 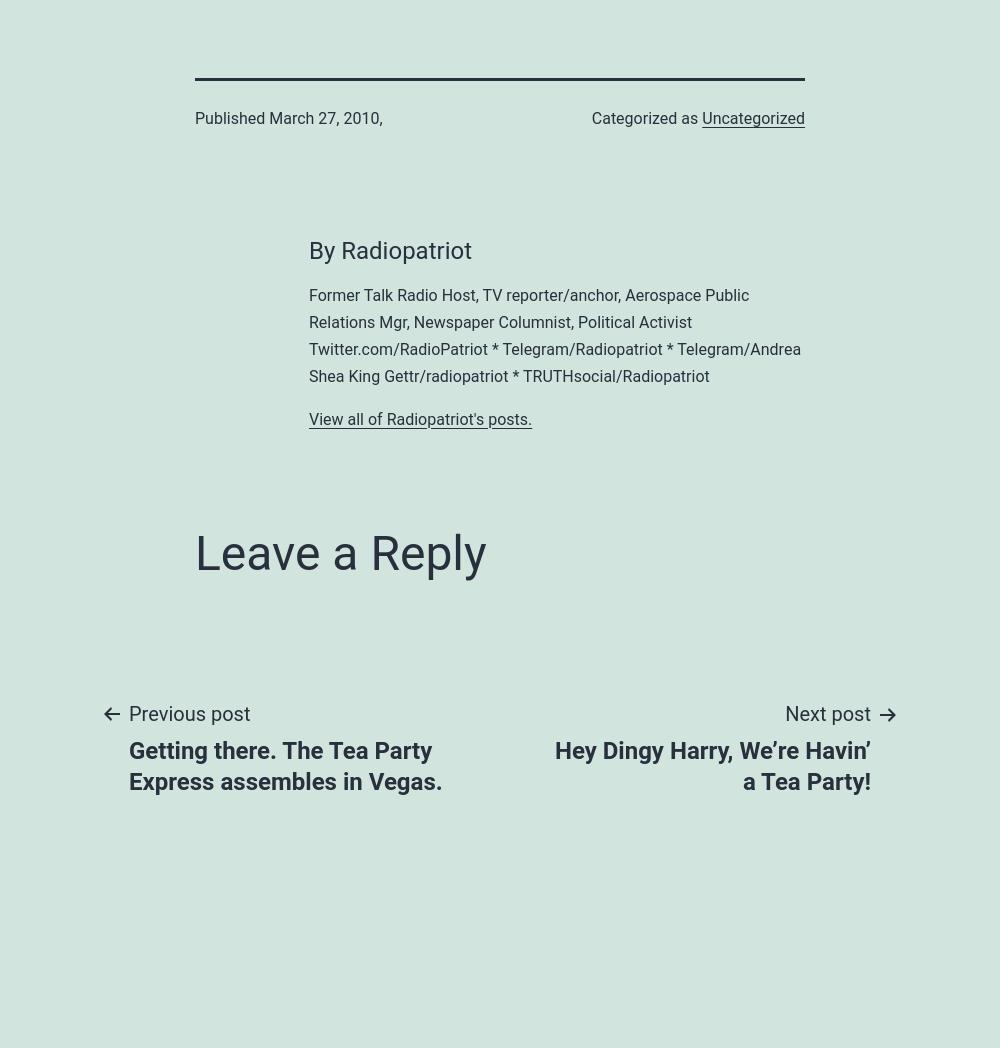 I want to click on 'Previous post', so click(x=188, y=713).